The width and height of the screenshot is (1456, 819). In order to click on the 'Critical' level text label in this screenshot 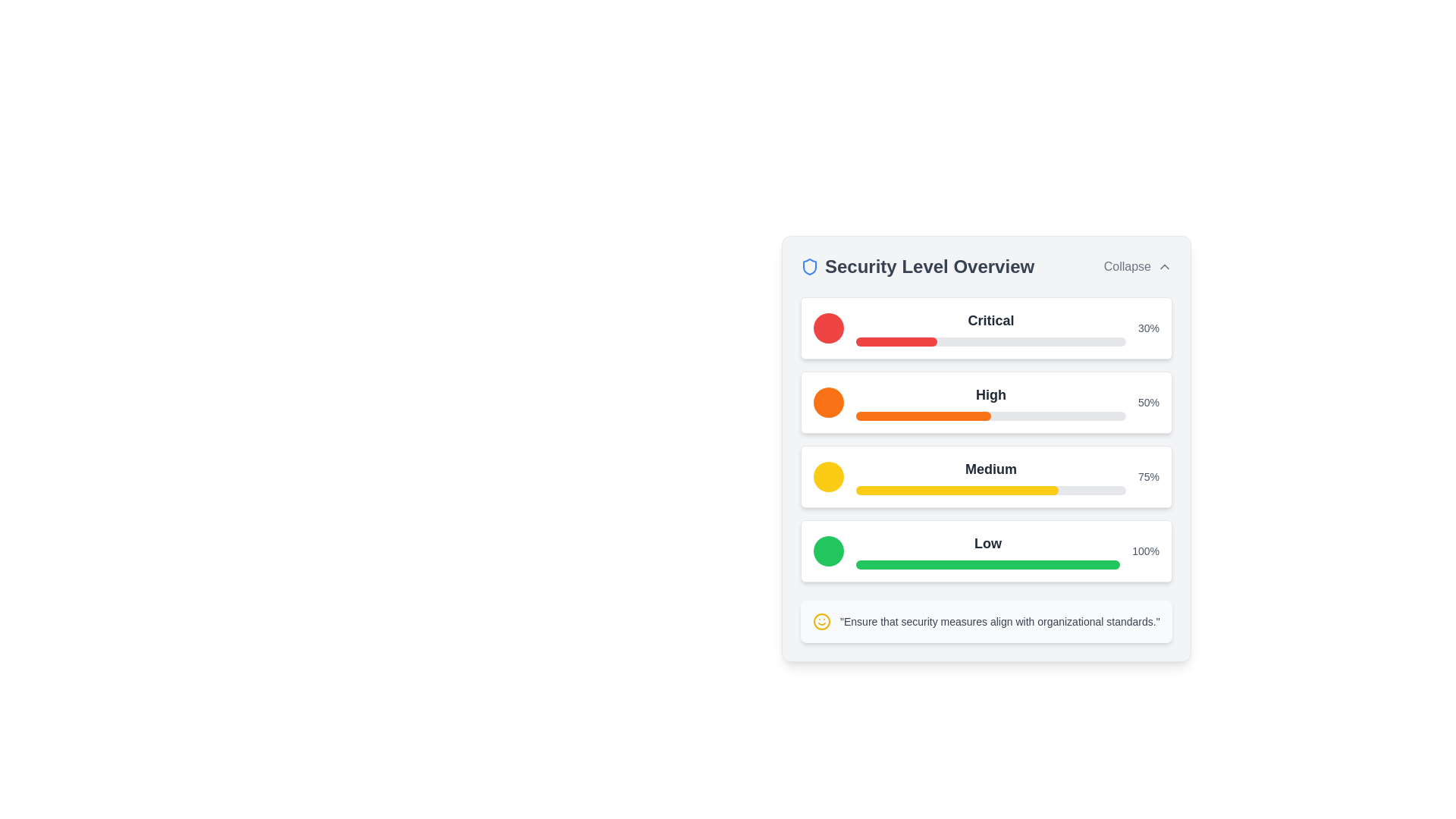, I will do `click(990, 320)`.